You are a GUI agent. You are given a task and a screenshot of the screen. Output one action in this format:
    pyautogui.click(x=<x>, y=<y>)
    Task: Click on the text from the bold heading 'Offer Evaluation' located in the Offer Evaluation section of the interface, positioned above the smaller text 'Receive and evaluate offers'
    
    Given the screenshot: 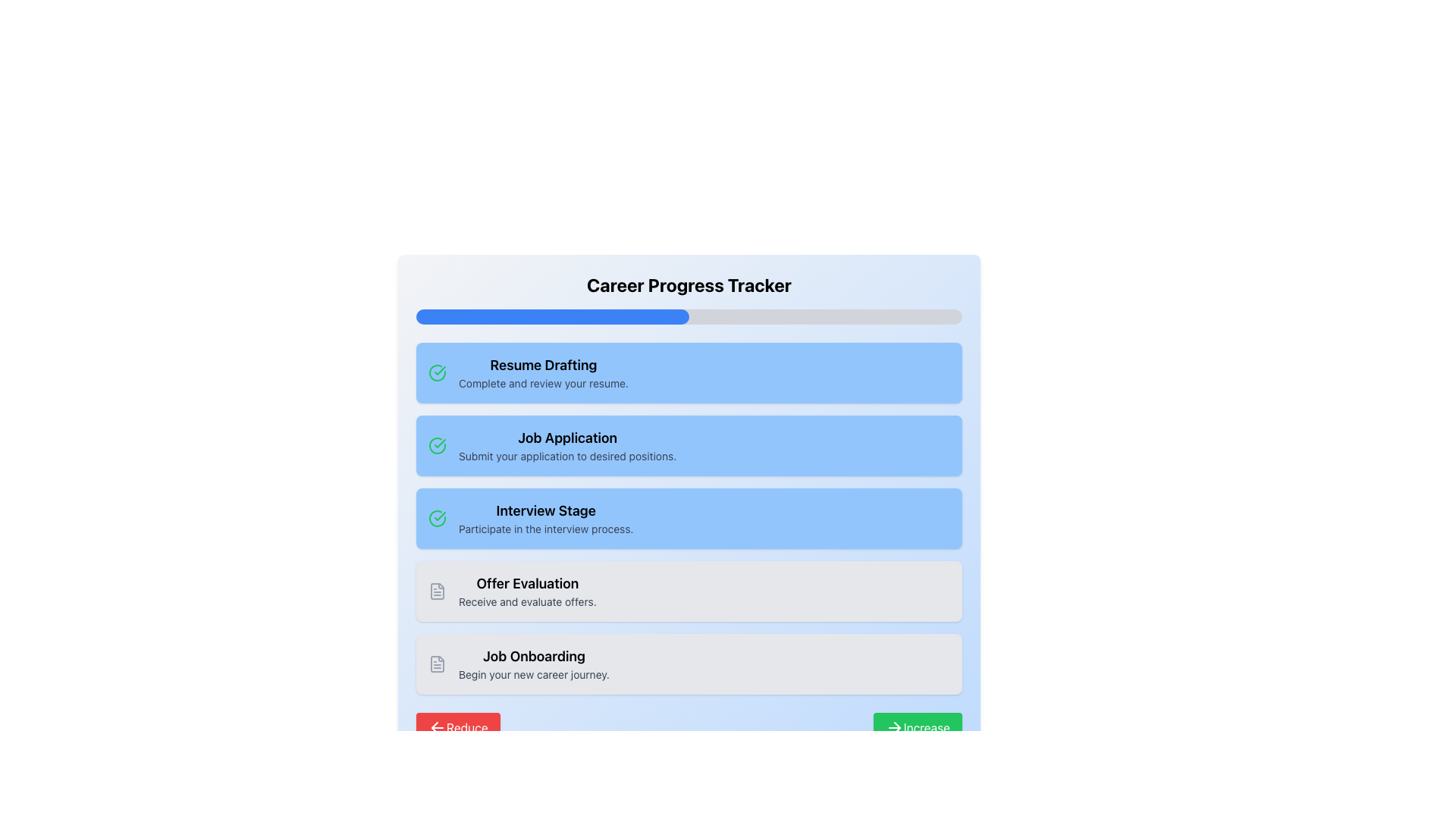 What is the action you would take?
    pyautogui.click(x=527, y=583)
    